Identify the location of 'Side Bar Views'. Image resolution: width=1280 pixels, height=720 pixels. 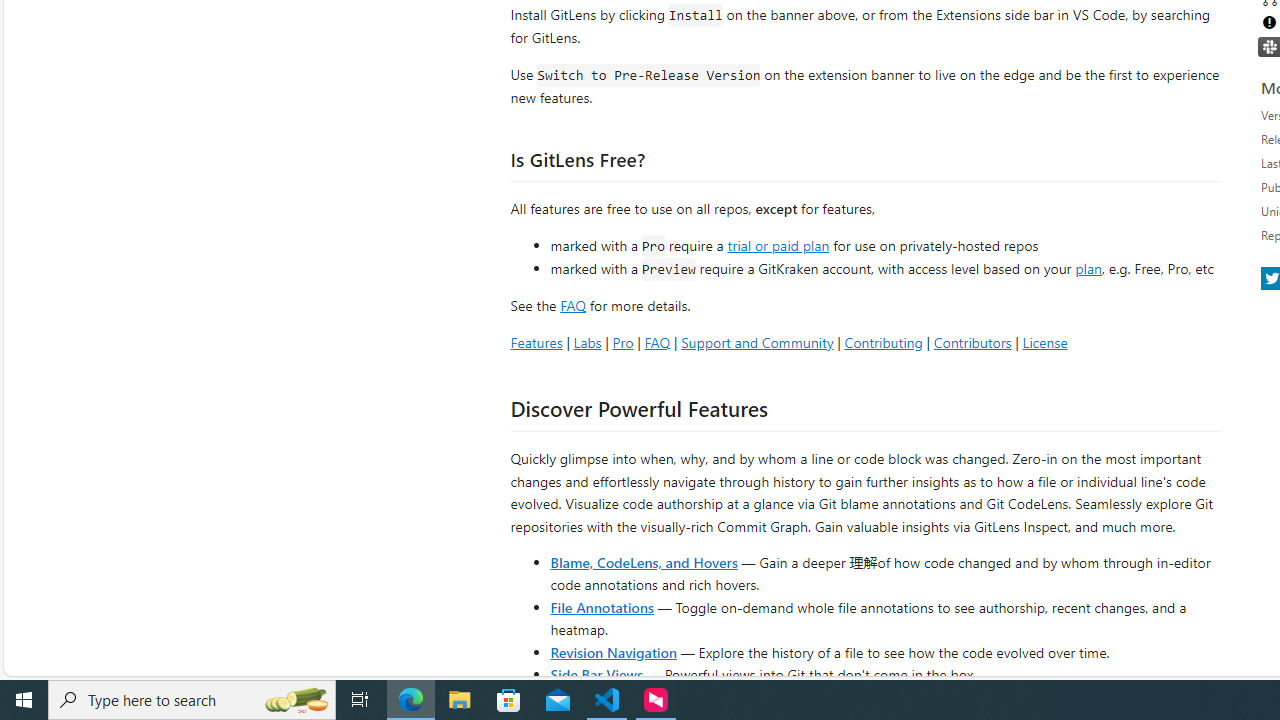
(595, 673).